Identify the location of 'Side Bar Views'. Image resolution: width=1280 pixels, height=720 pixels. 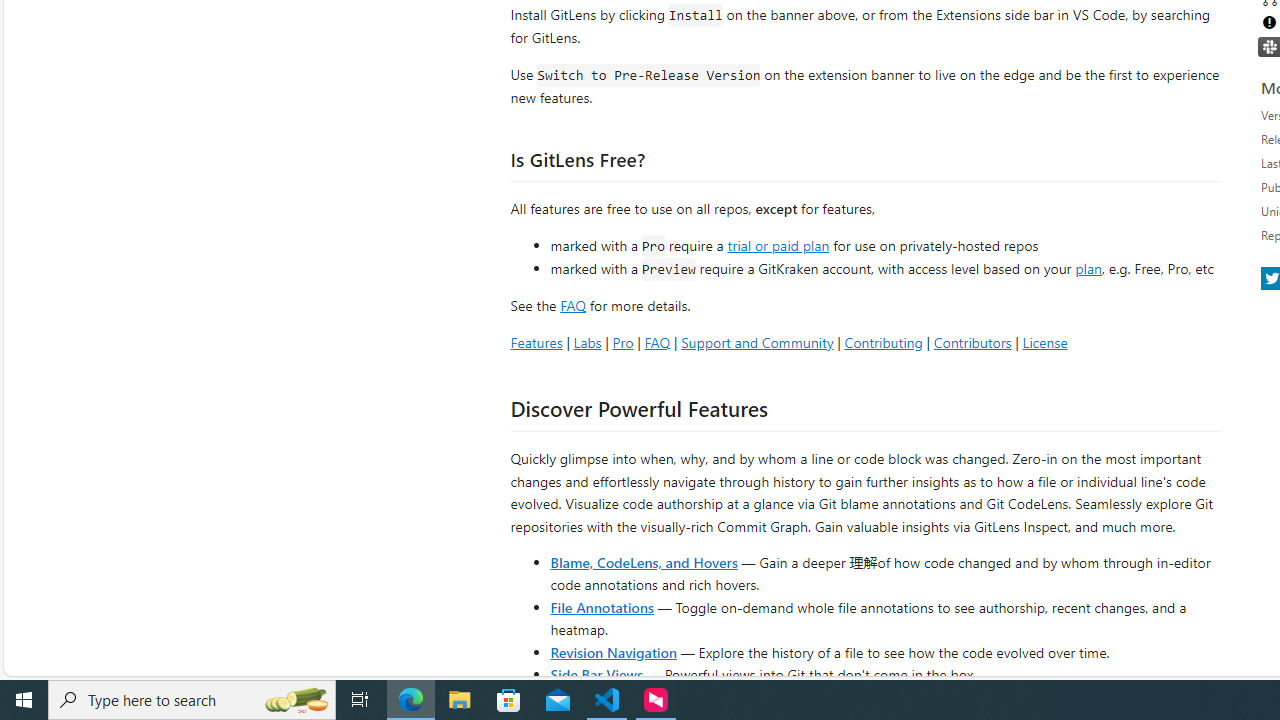
(595, 673).